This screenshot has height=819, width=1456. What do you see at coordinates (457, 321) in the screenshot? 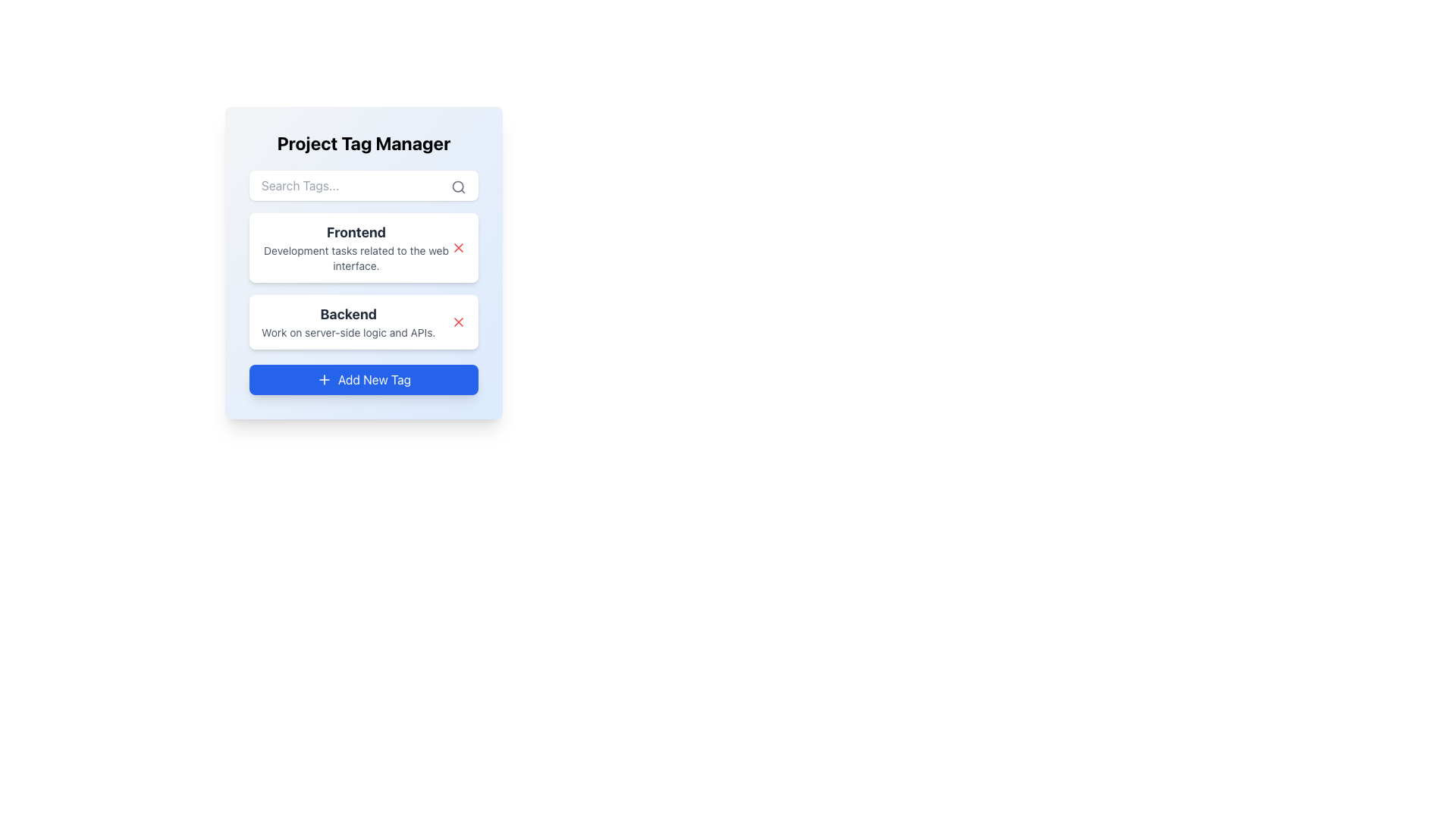
I see `the dismiss icon button located at the far right of the 'Backend' card, next to the text 'Work on server-side logic and APIs.'` at bounding box center [457, 321].